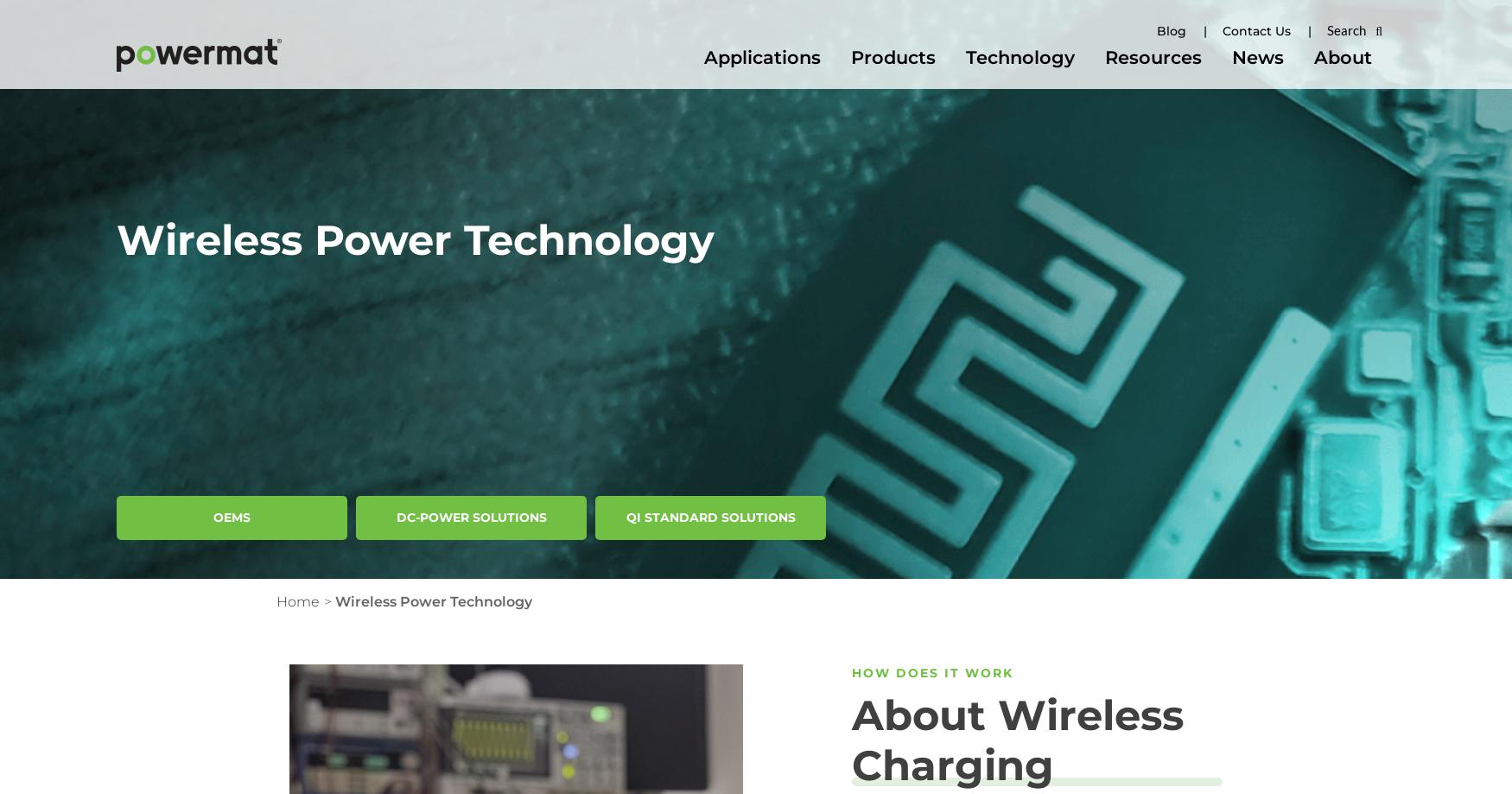  What do you see at coordinates (1256, 31) in the screenshot?
I see `'Contact Us'` at bounding box center [1256, 31].